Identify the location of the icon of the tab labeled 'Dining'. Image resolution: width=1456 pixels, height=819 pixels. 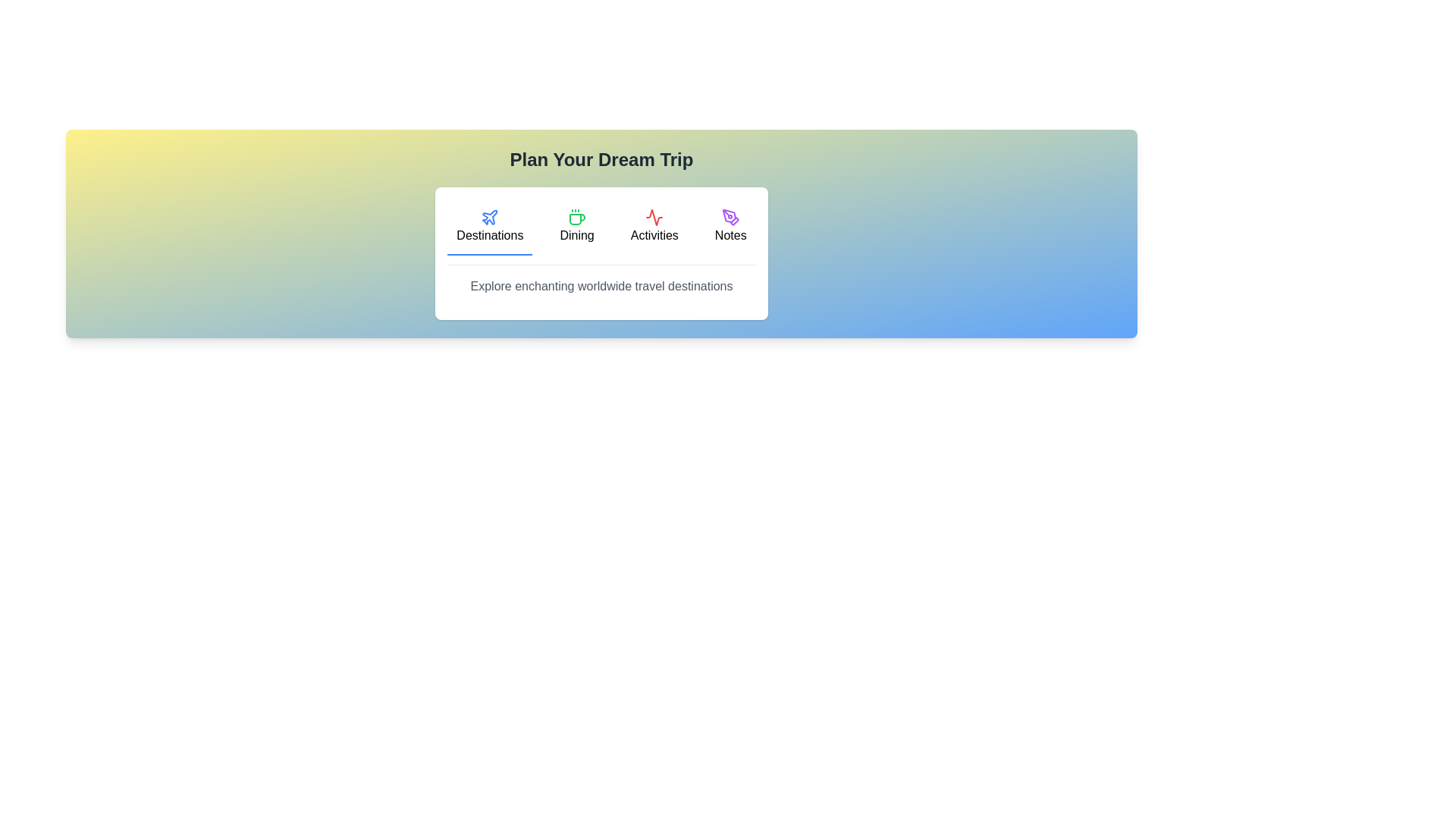
(576, 217).